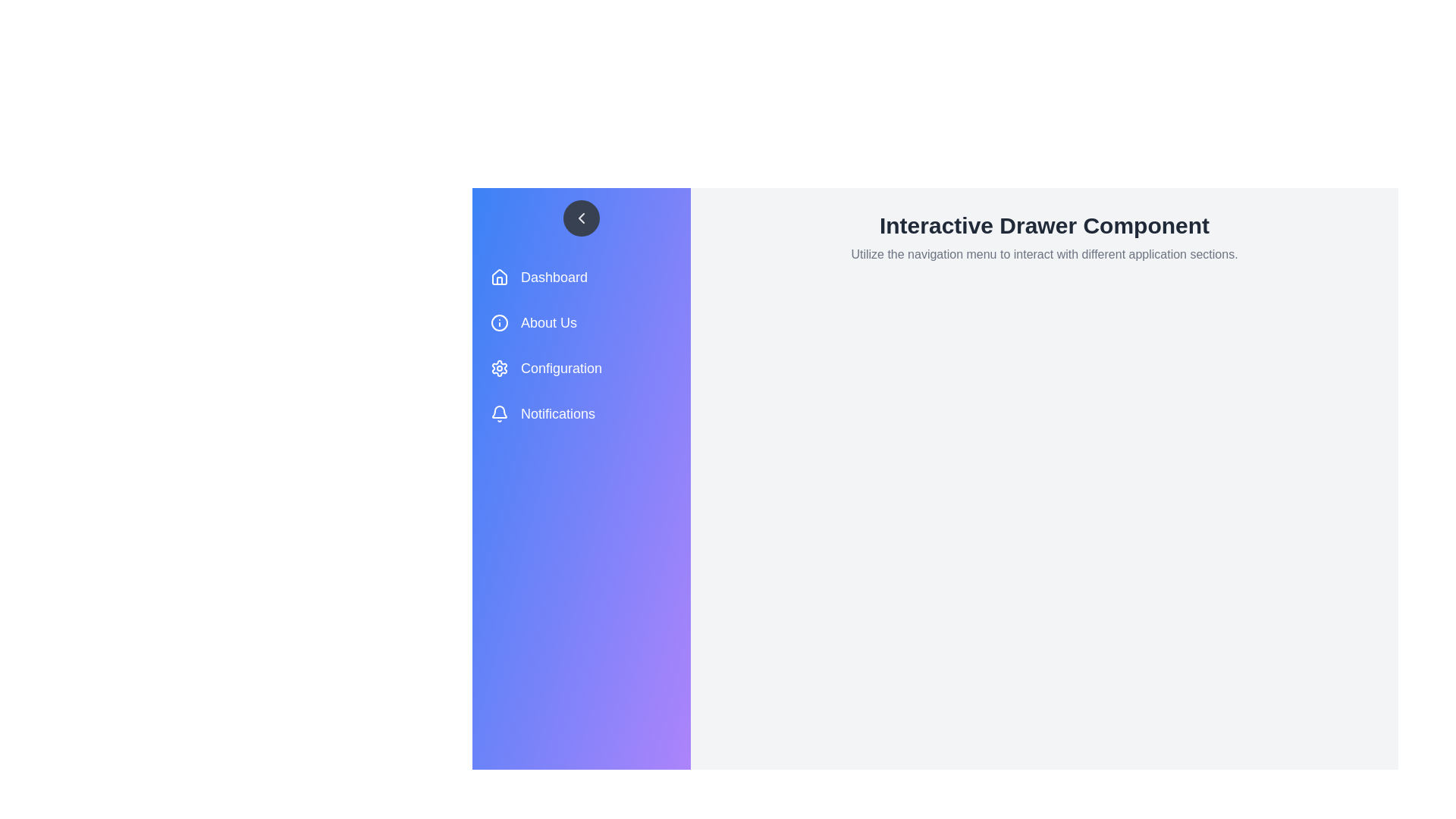  I want to click on the bell-shaped notification icon located in the fourth entry of the vertical navigation menu, so click(499, 412).